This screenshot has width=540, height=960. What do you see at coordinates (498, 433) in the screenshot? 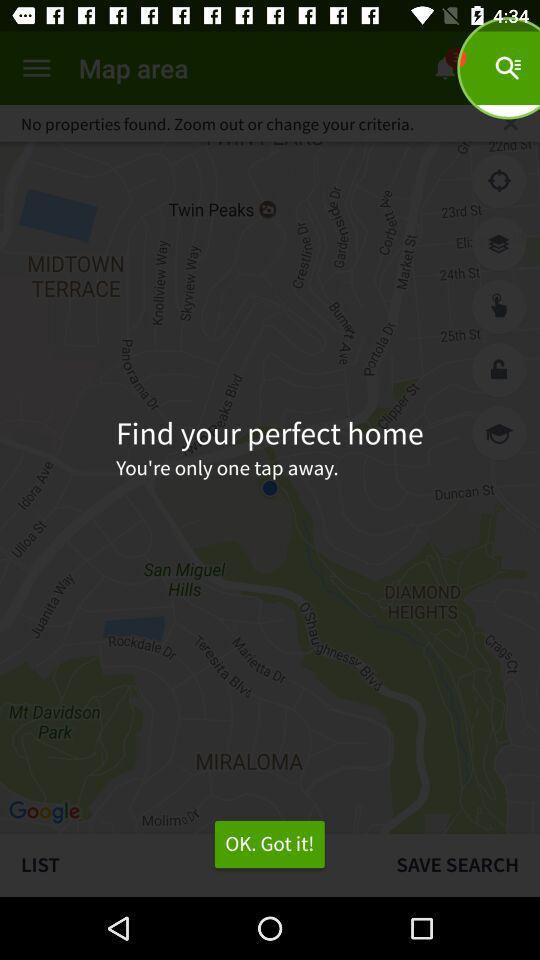
I see `the item above save search item` at bounding box center [498, 433].